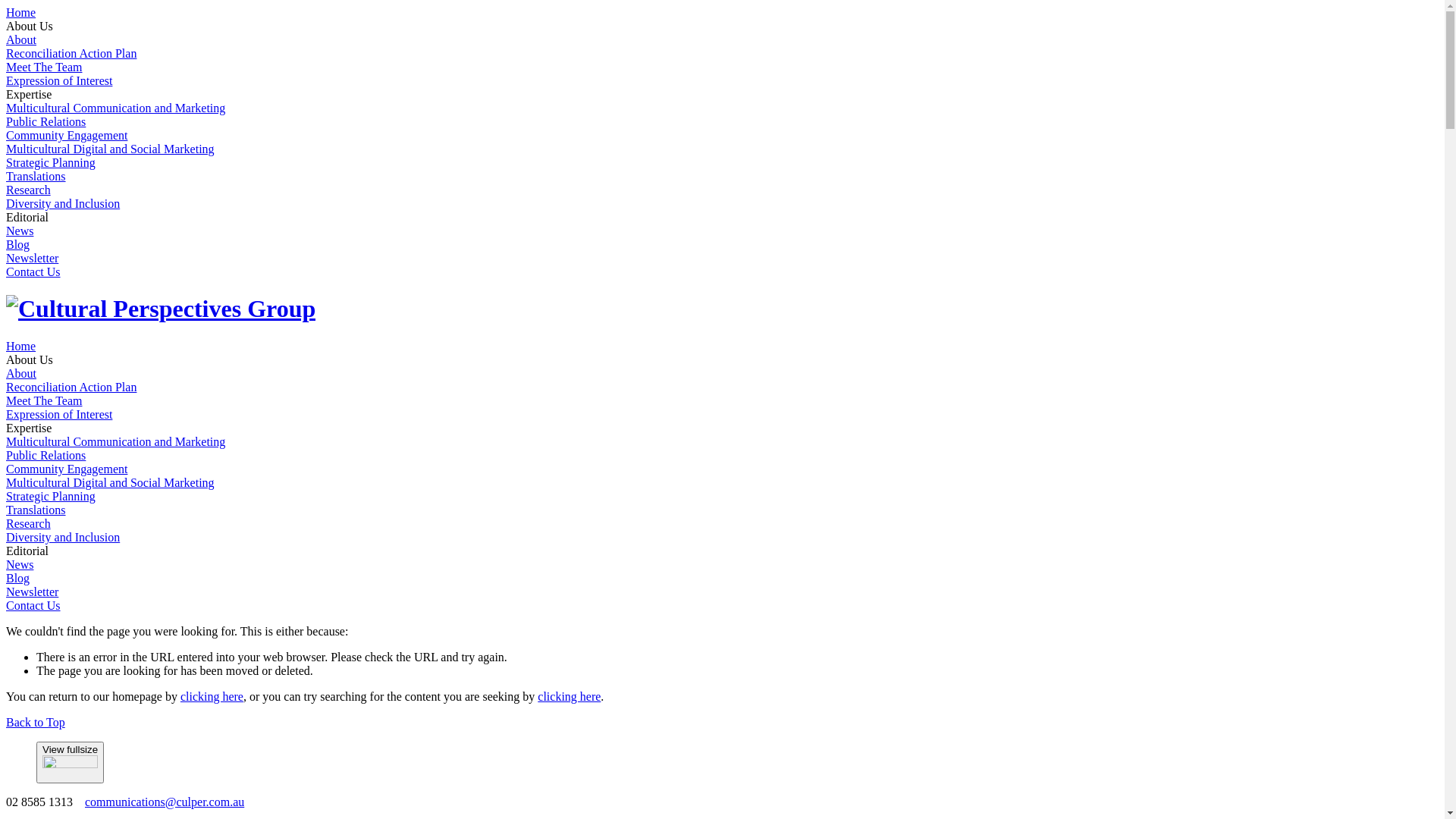  What do you see at coordinates (71, 386) in the screenshot?
I see `'Reconciliation Action Plan'` at bounding box center [71, 386].